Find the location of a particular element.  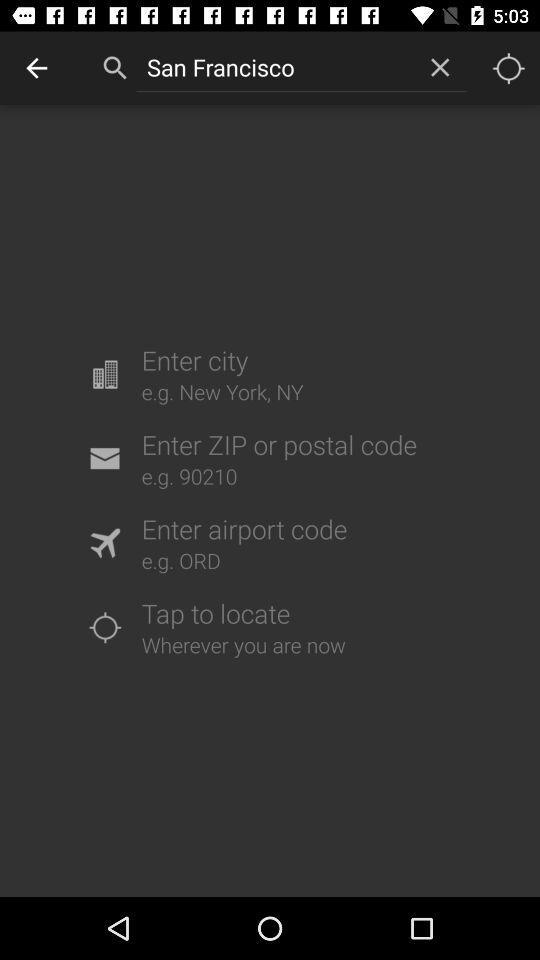

the item above enter zip or icon is located at coordinates (440, 67).